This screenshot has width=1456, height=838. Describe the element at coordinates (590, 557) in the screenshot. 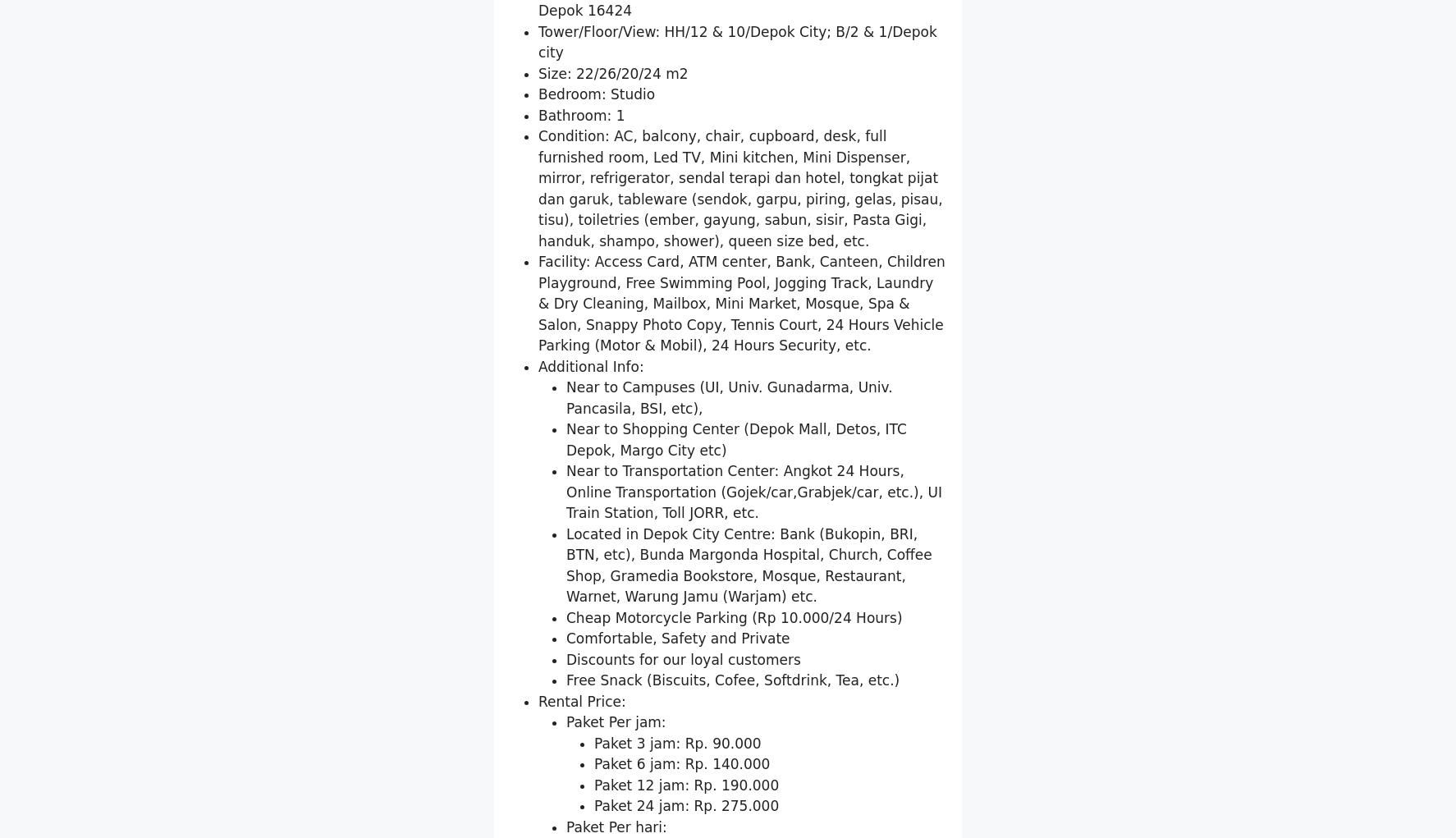

I see `'Additional Info:'` at that location.